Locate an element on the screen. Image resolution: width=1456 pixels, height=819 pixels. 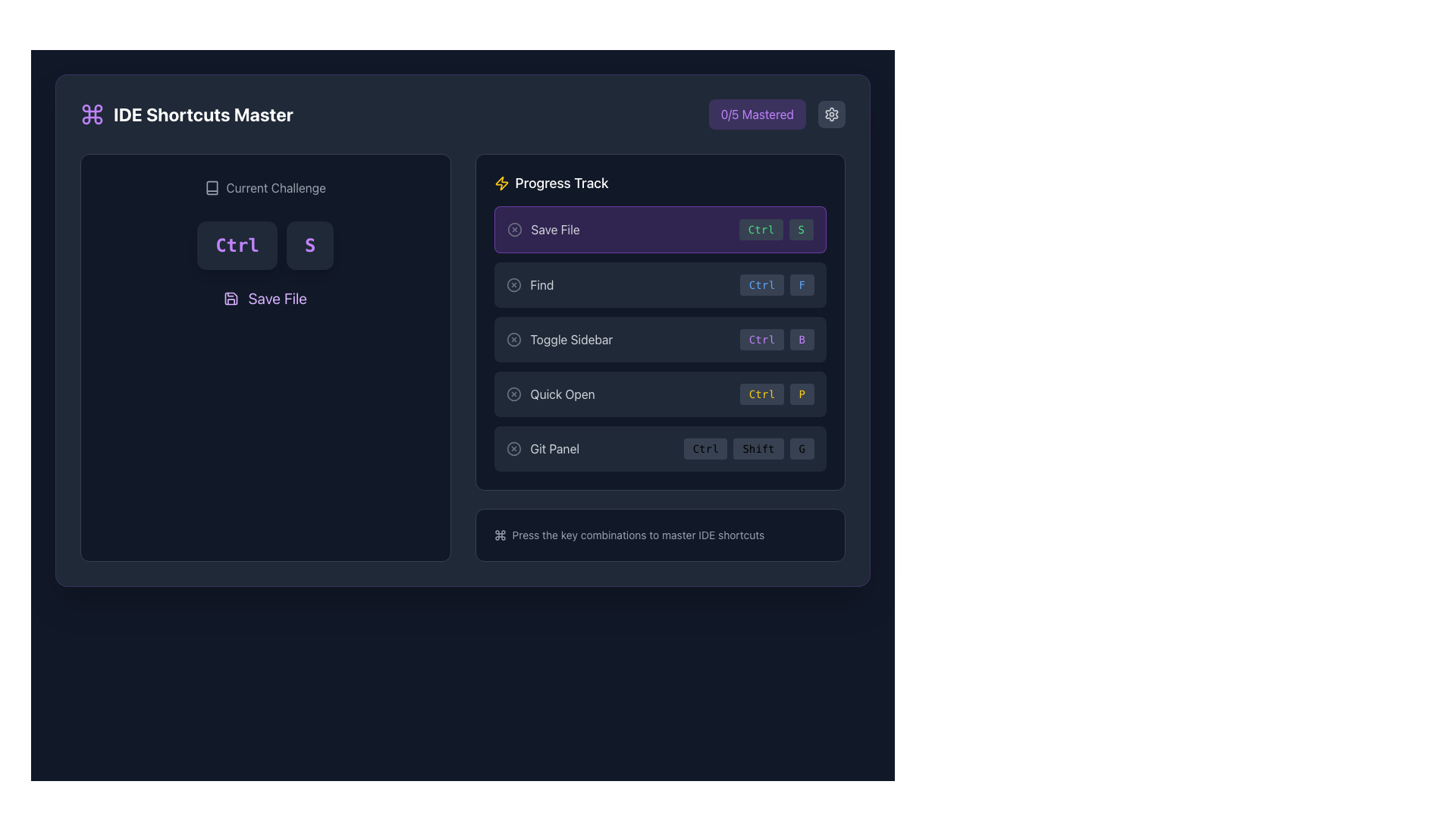
the Information Display Badge located in the upper-right corner of the header section, adjacent to the settings icon, which indicates the user's progress with none out of five tasks completed is located at coordinates (777, 113).